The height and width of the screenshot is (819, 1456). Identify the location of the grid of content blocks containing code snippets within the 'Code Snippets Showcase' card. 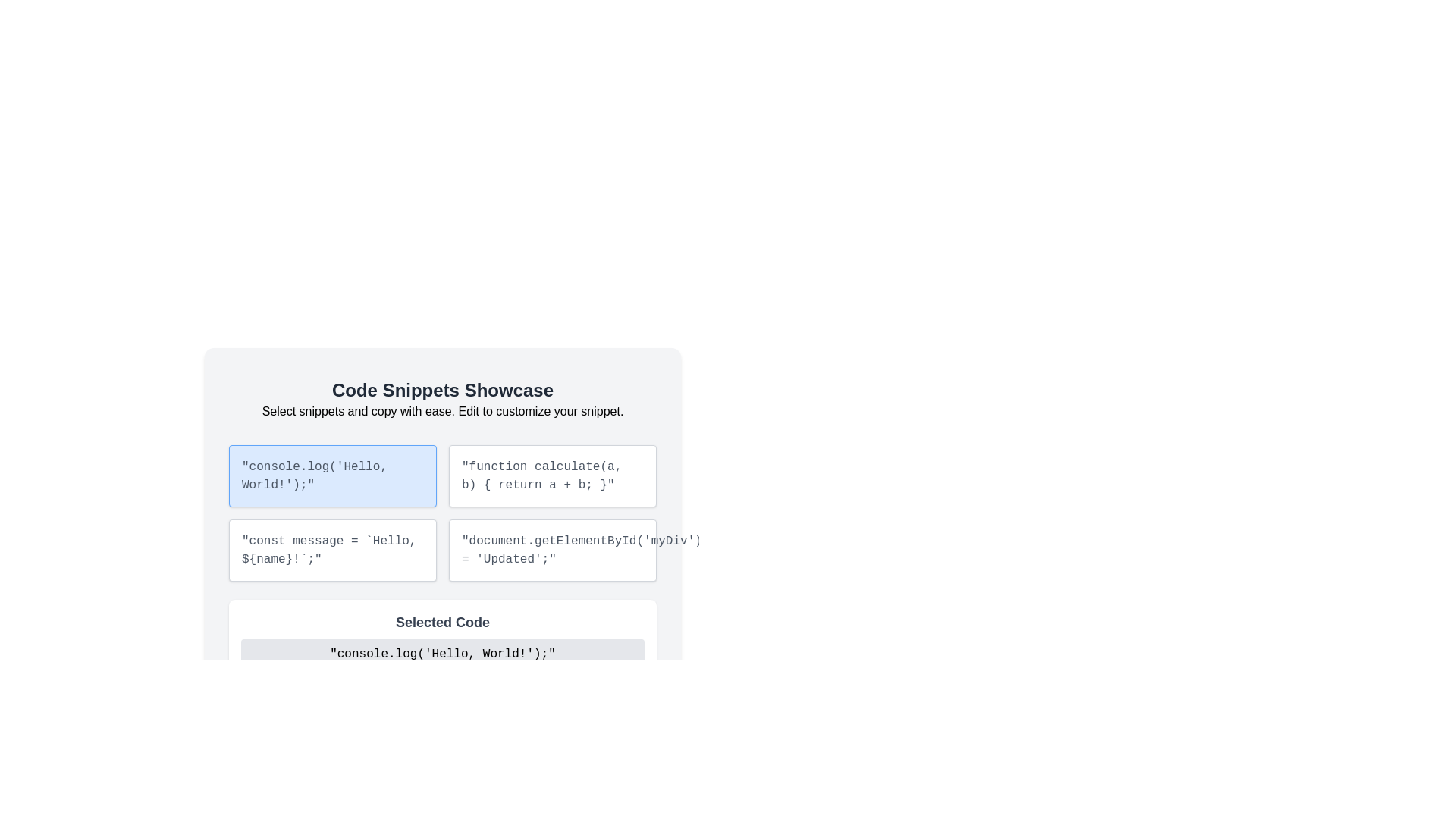
(442, 513).